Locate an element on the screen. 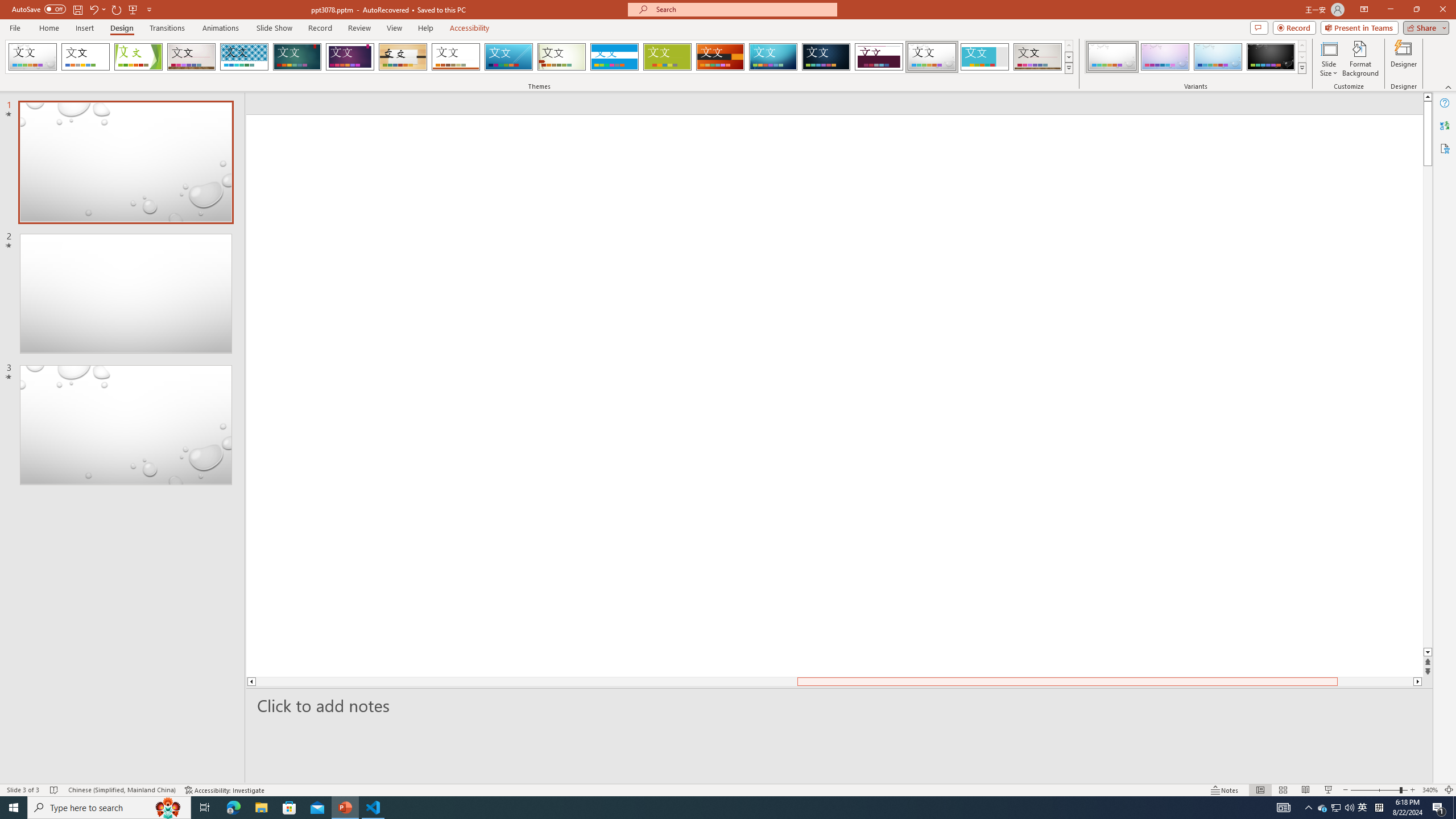 This screenshot has height=819, width=1456. 'Banded' is located at coordinates (614, 56).